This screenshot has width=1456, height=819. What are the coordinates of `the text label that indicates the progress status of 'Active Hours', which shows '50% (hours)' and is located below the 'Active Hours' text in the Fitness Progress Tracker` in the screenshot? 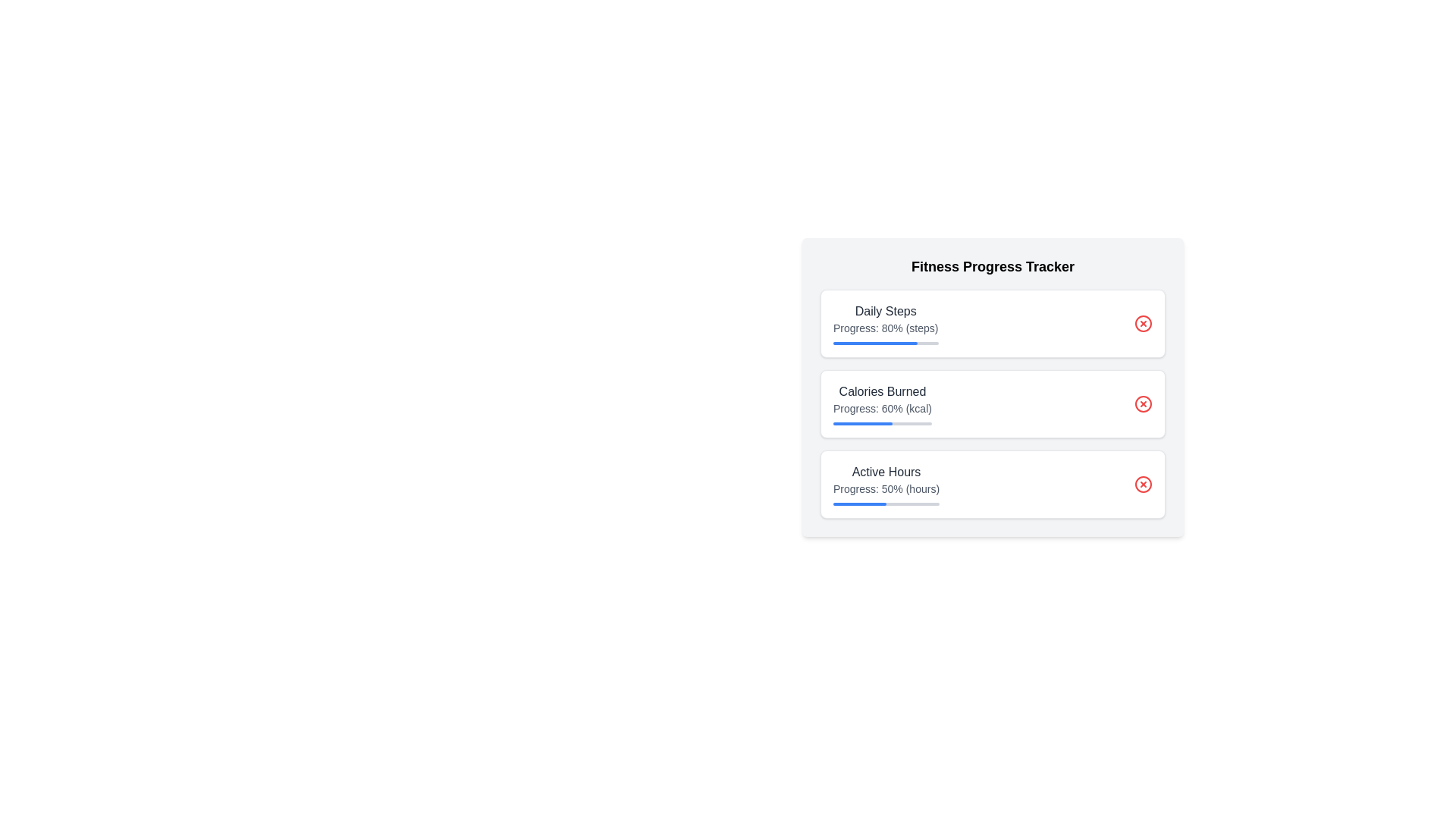 It's located at (886, 488).